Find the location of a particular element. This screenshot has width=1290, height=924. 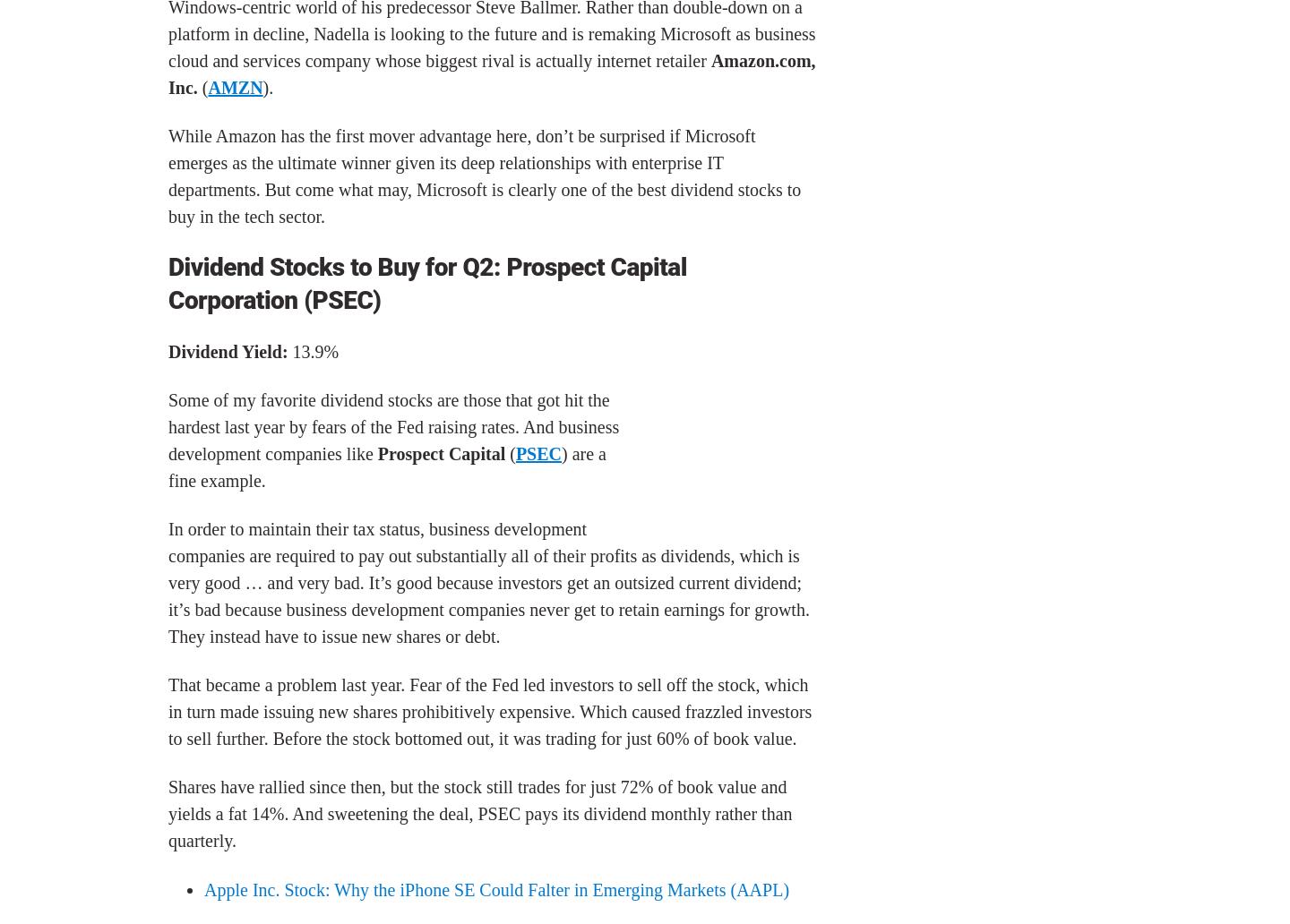

'Dividend Yield:' is located at coordinates (227, 350).